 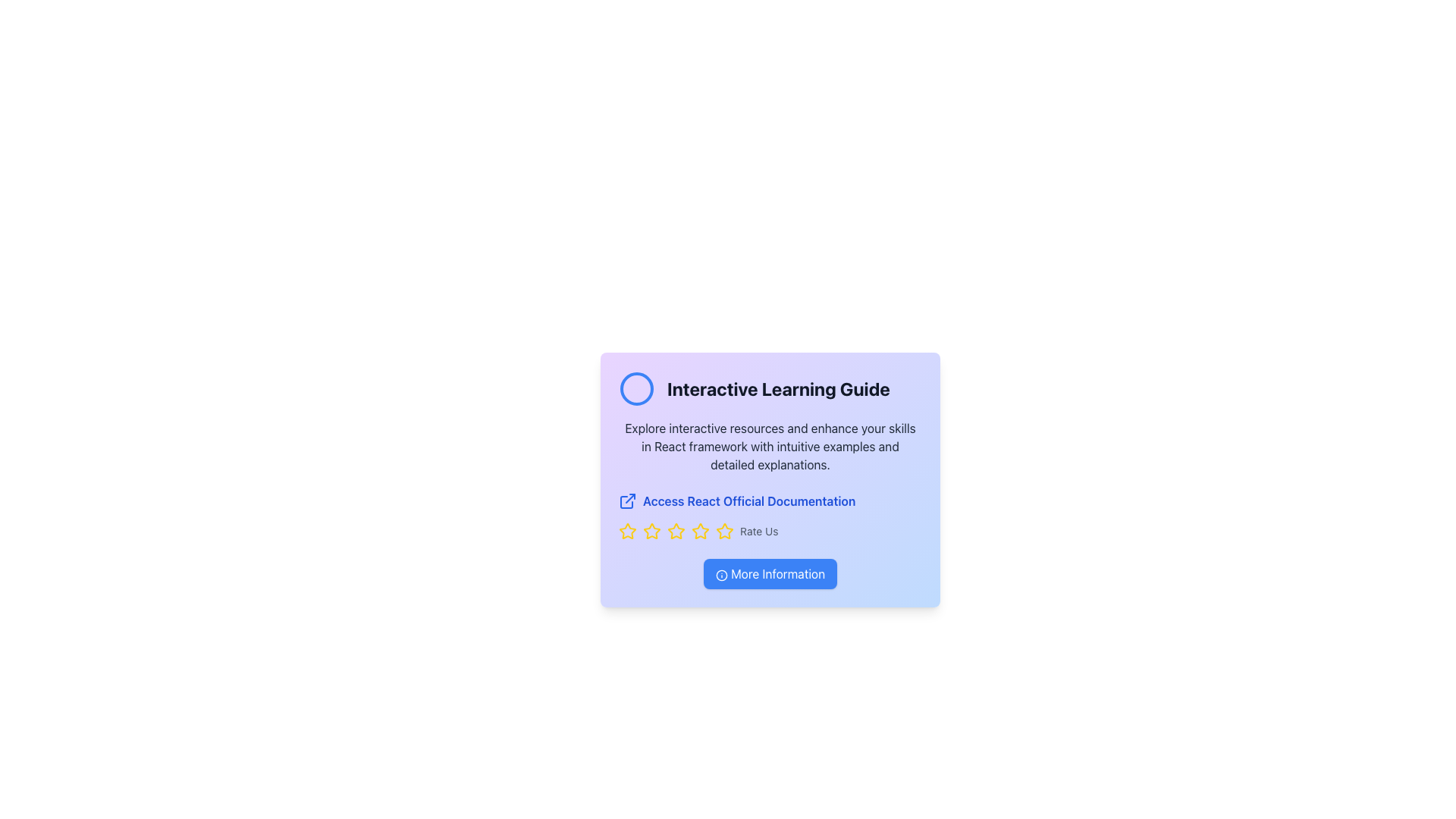 I want to click on the External Link Icon, which is a blue square icon with a diagonal arrow pointing outward, located to the left of the text 'Access React Official Documentation', so click(x=628, y=500).